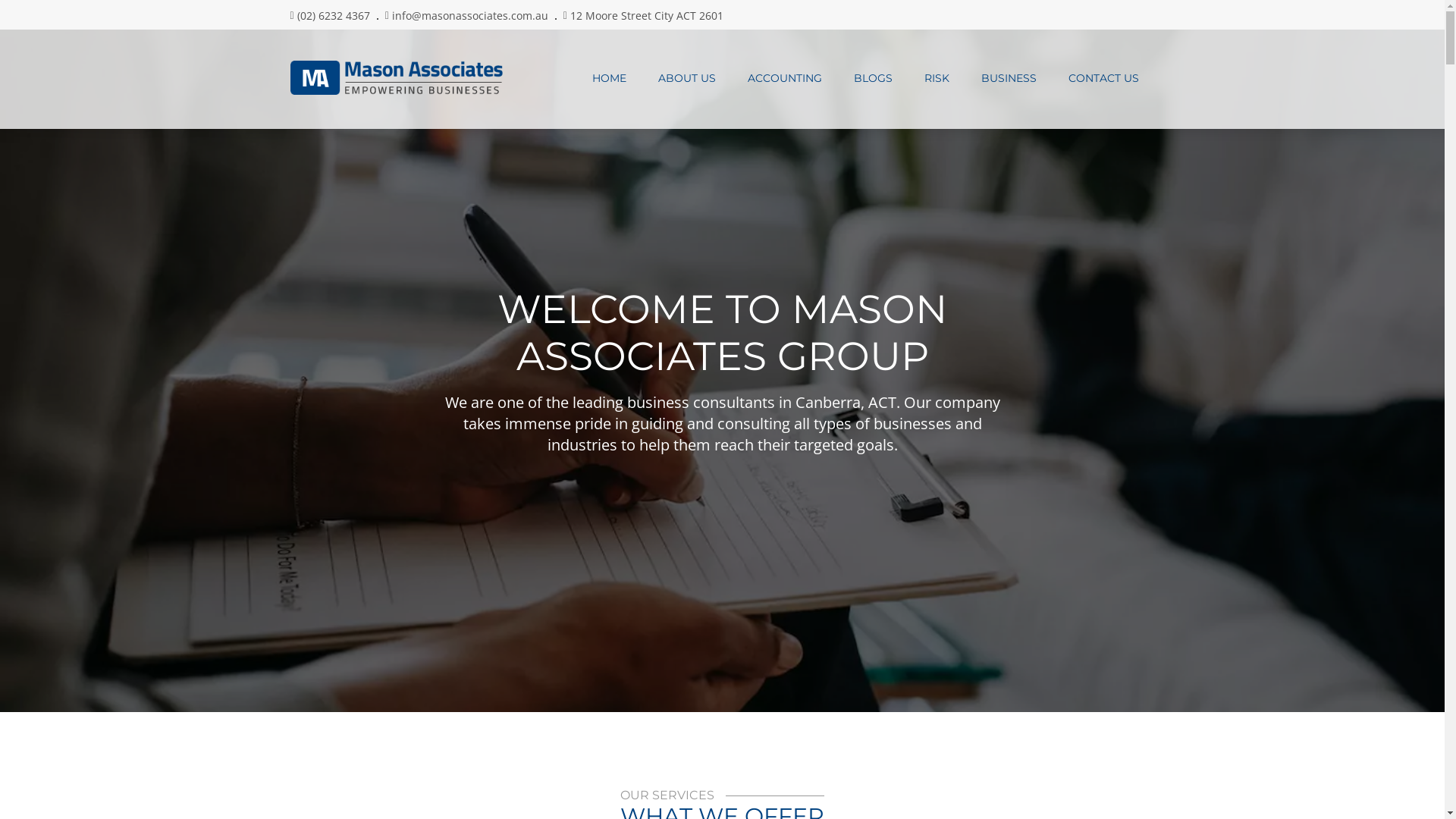  I want to click on 'RISK', so click(908, 78).